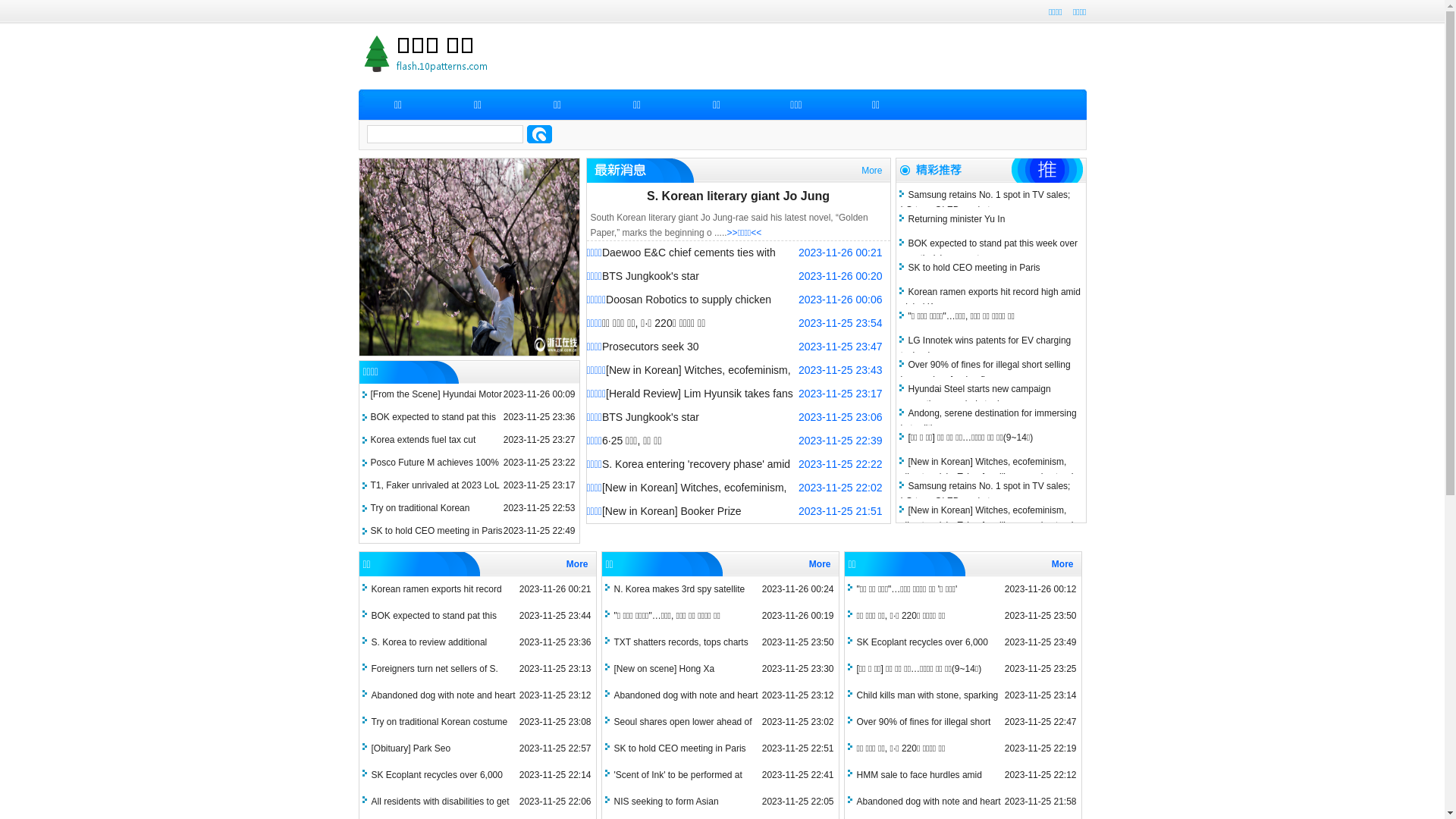  Describe the element at coordinates (1063, 564) in the screenshot. I see `'More'` at that location.